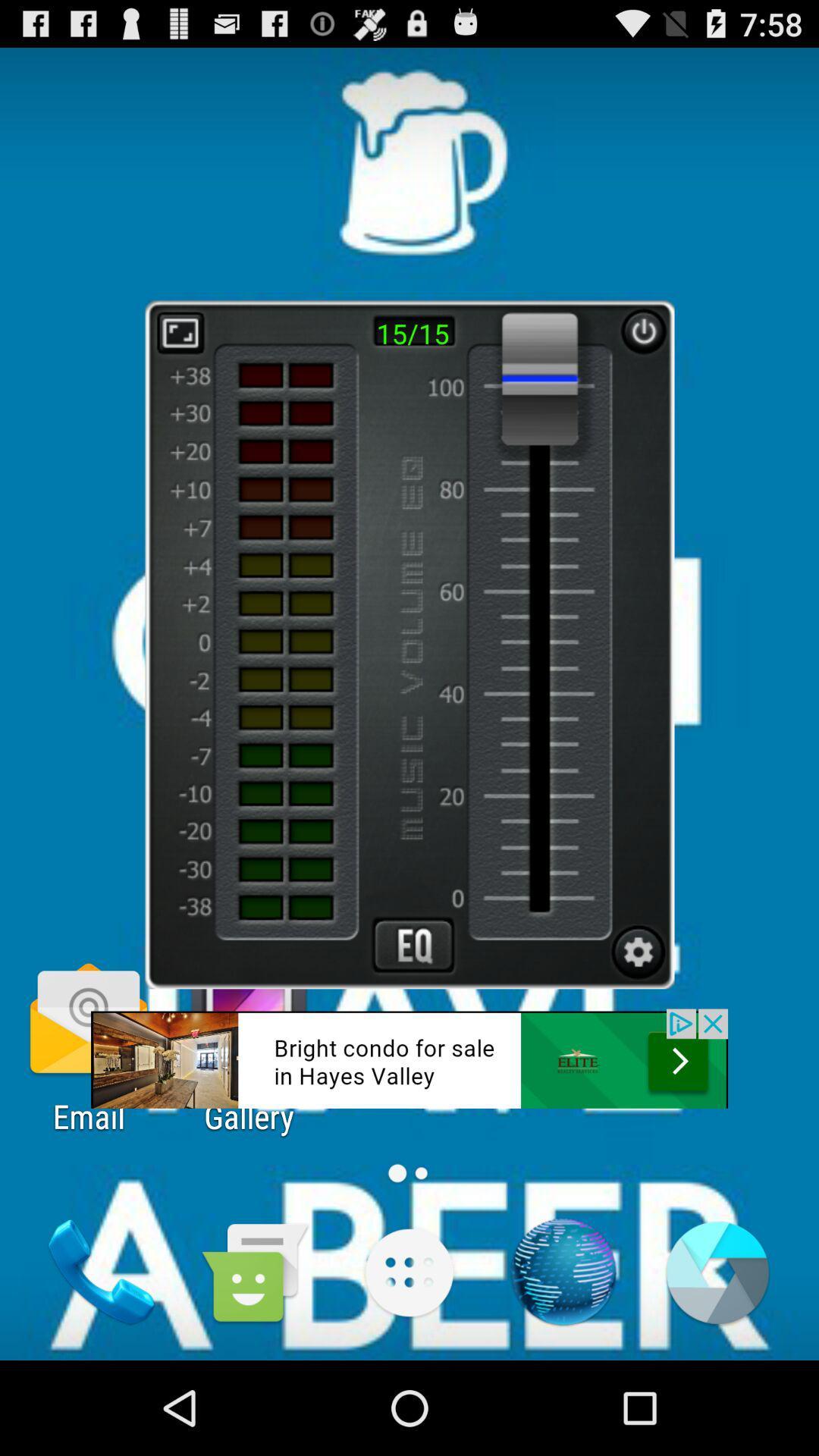 The height and width of the screenshot is (1456, 819). I want to click on open equalizer, so click(413, 944).